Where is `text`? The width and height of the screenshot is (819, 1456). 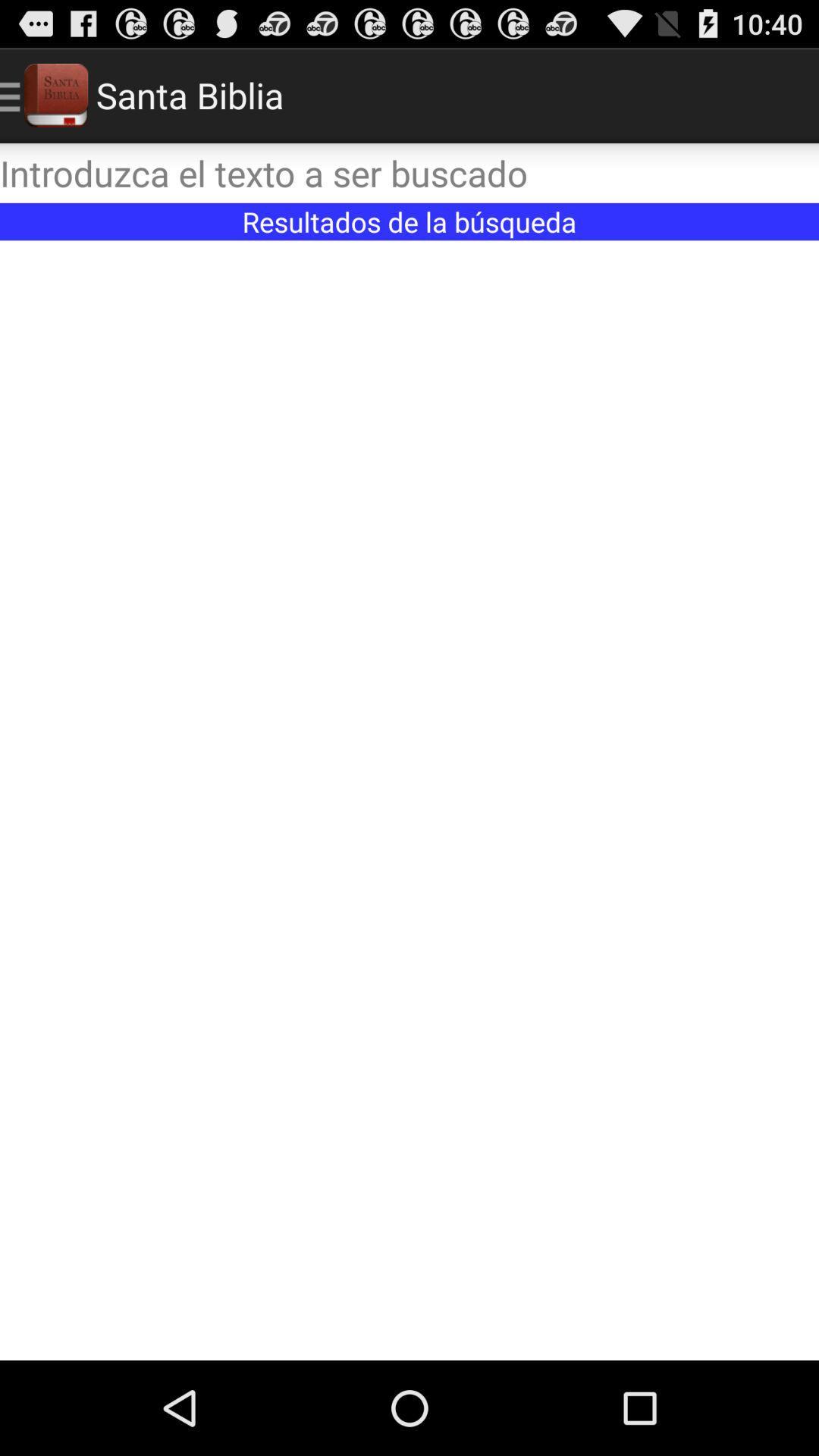
text is located at coordinates (409, 173).